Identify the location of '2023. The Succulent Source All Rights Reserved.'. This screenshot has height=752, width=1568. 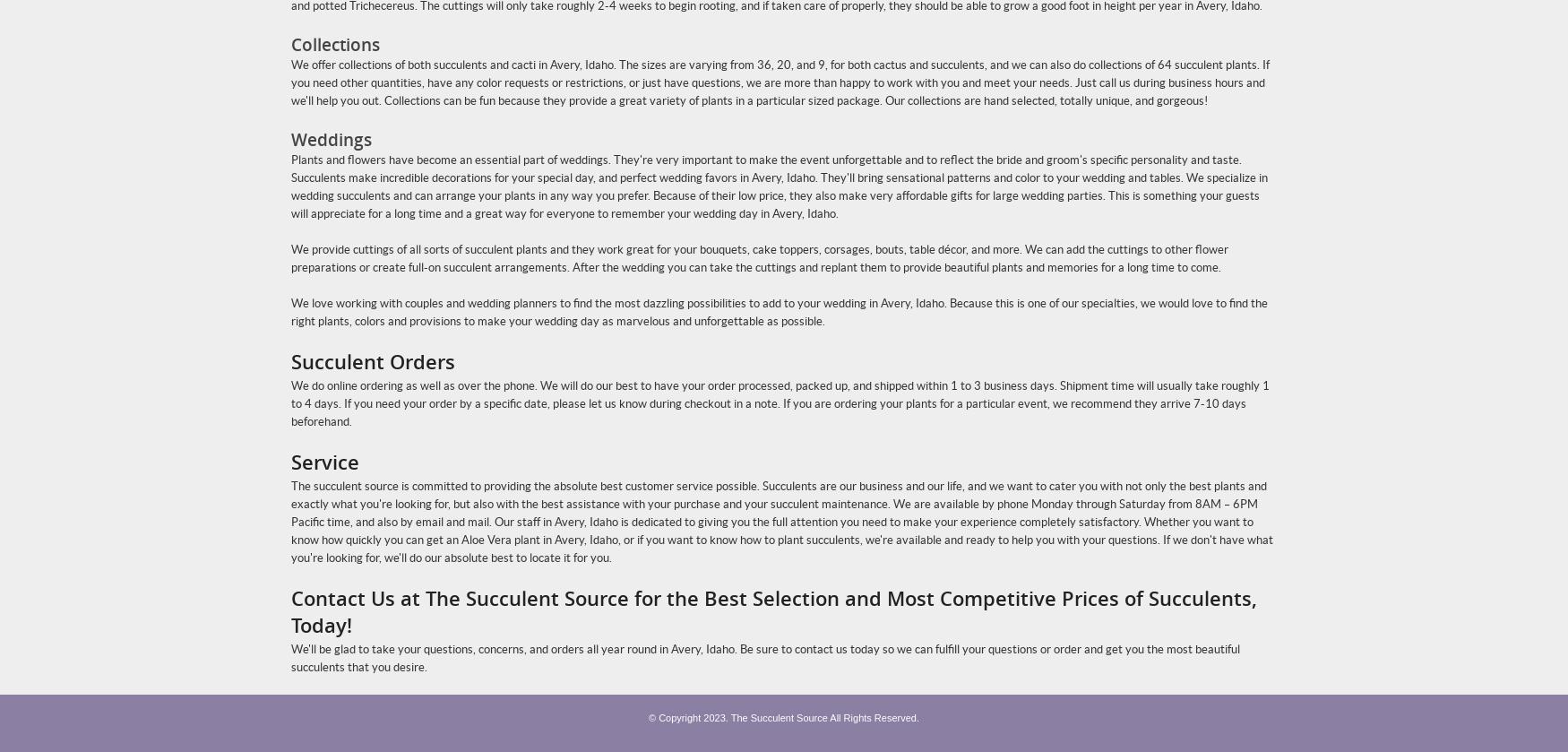
(810, 716).